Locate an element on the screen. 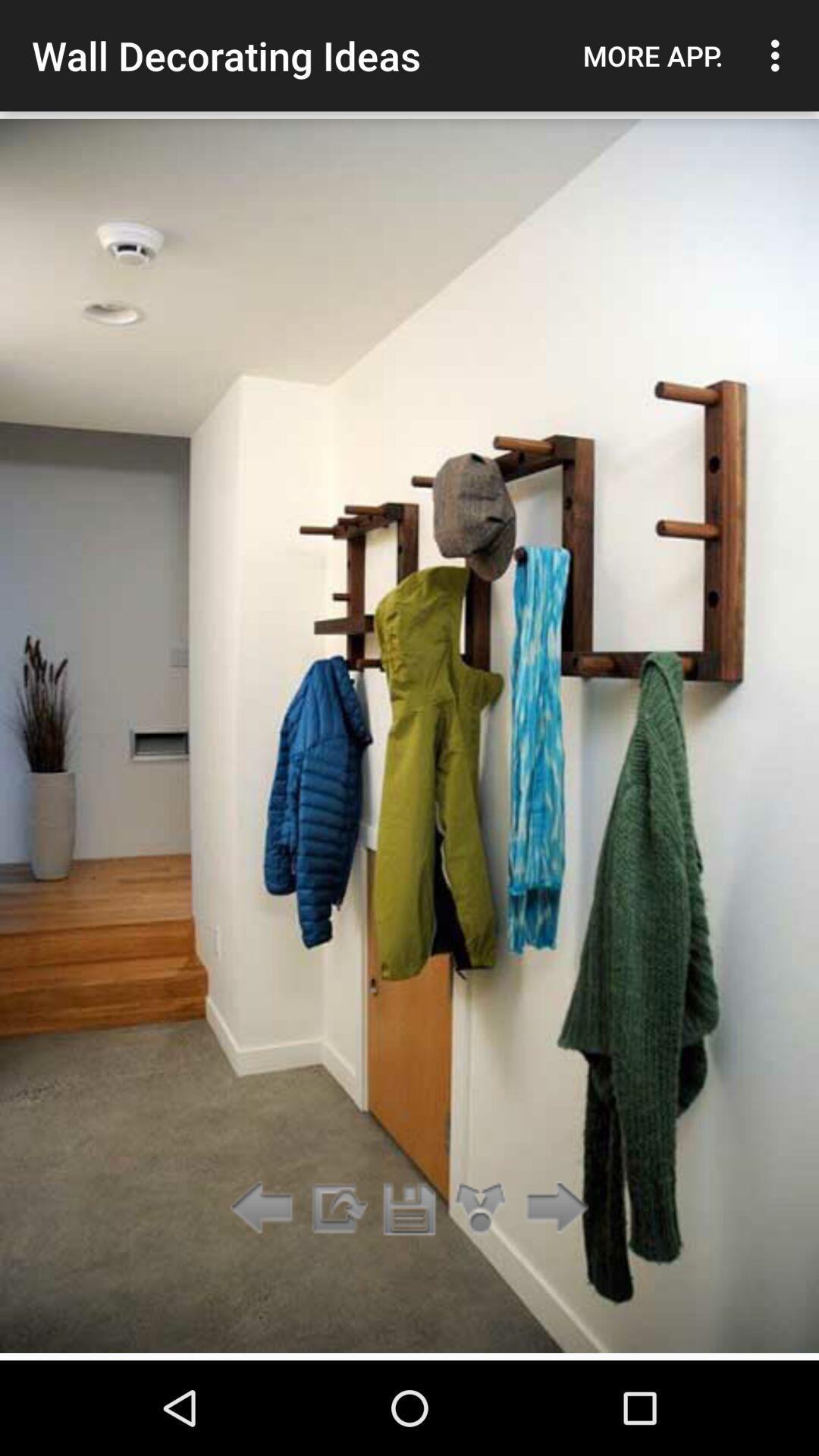 This screenshot has height=1456, width=819. the icon below the more app. icon is located at coordinates (553, 1208).